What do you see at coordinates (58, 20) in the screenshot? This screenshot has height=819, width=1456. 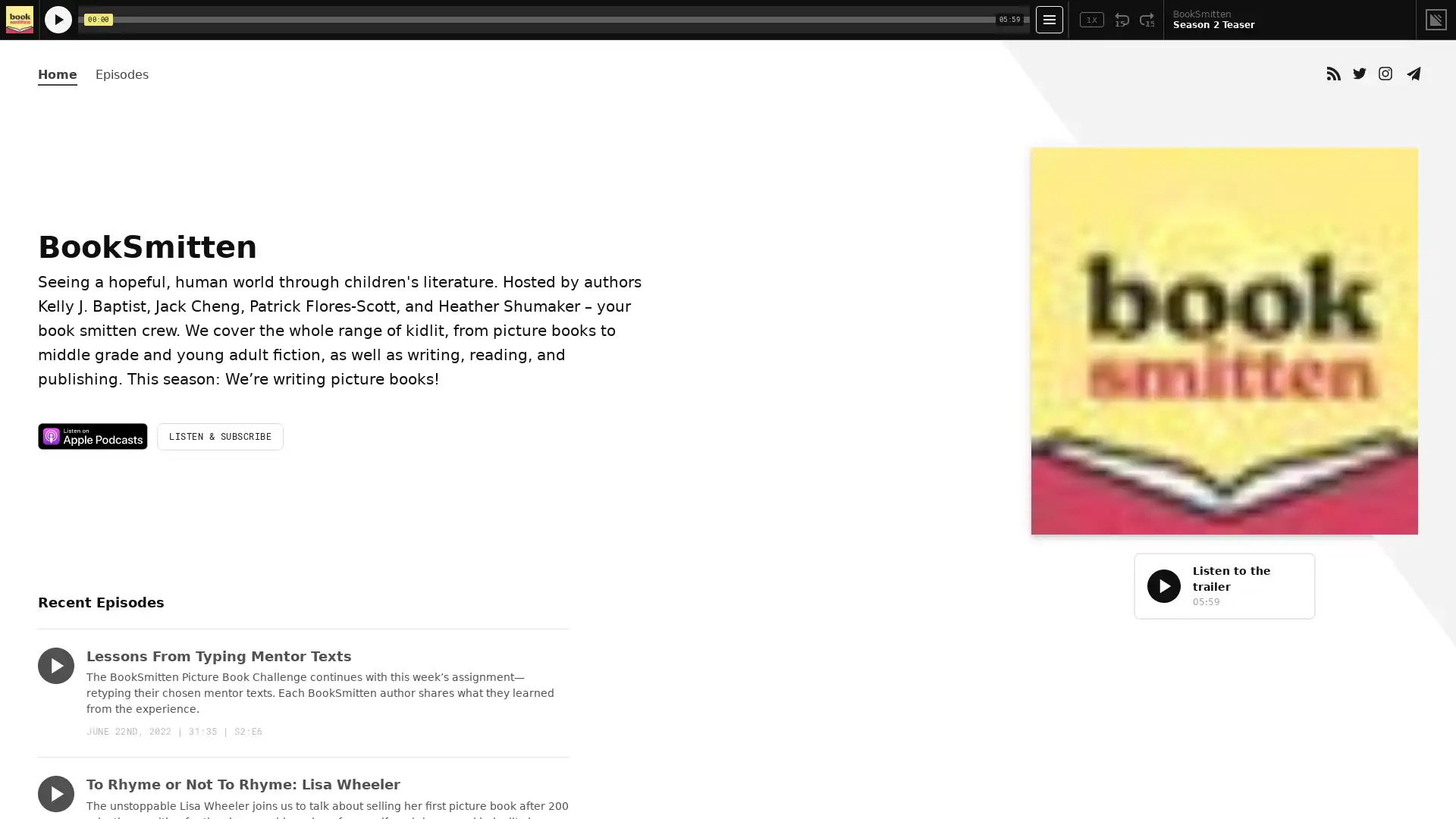 I see `Play` at bounding box center [58, 20].